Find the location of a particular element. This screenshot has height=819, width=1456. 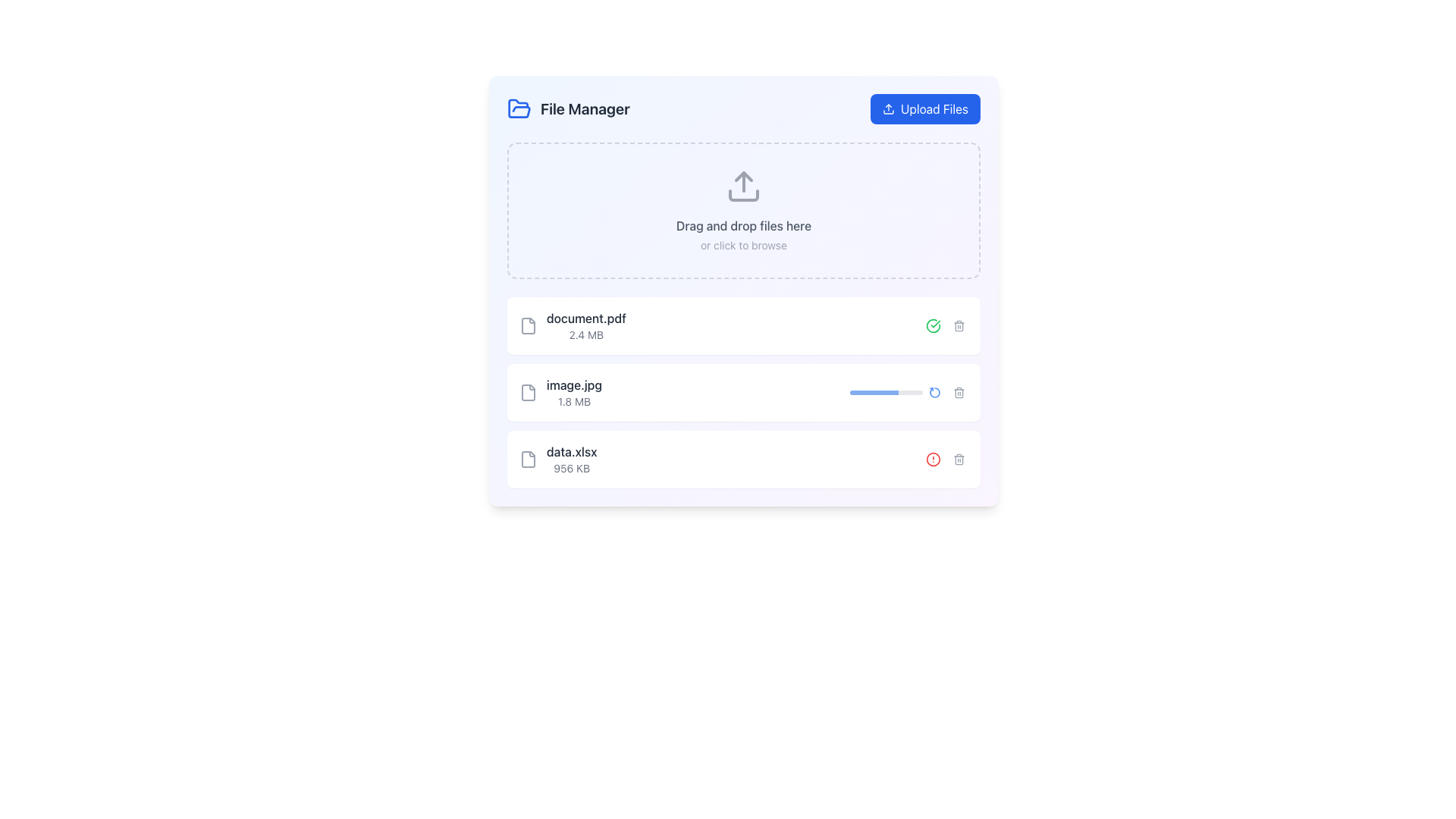

the current progress visually on the progress bar associated with the file 'image.jpg' in the file manager interface is located at coordinates (886, 391).